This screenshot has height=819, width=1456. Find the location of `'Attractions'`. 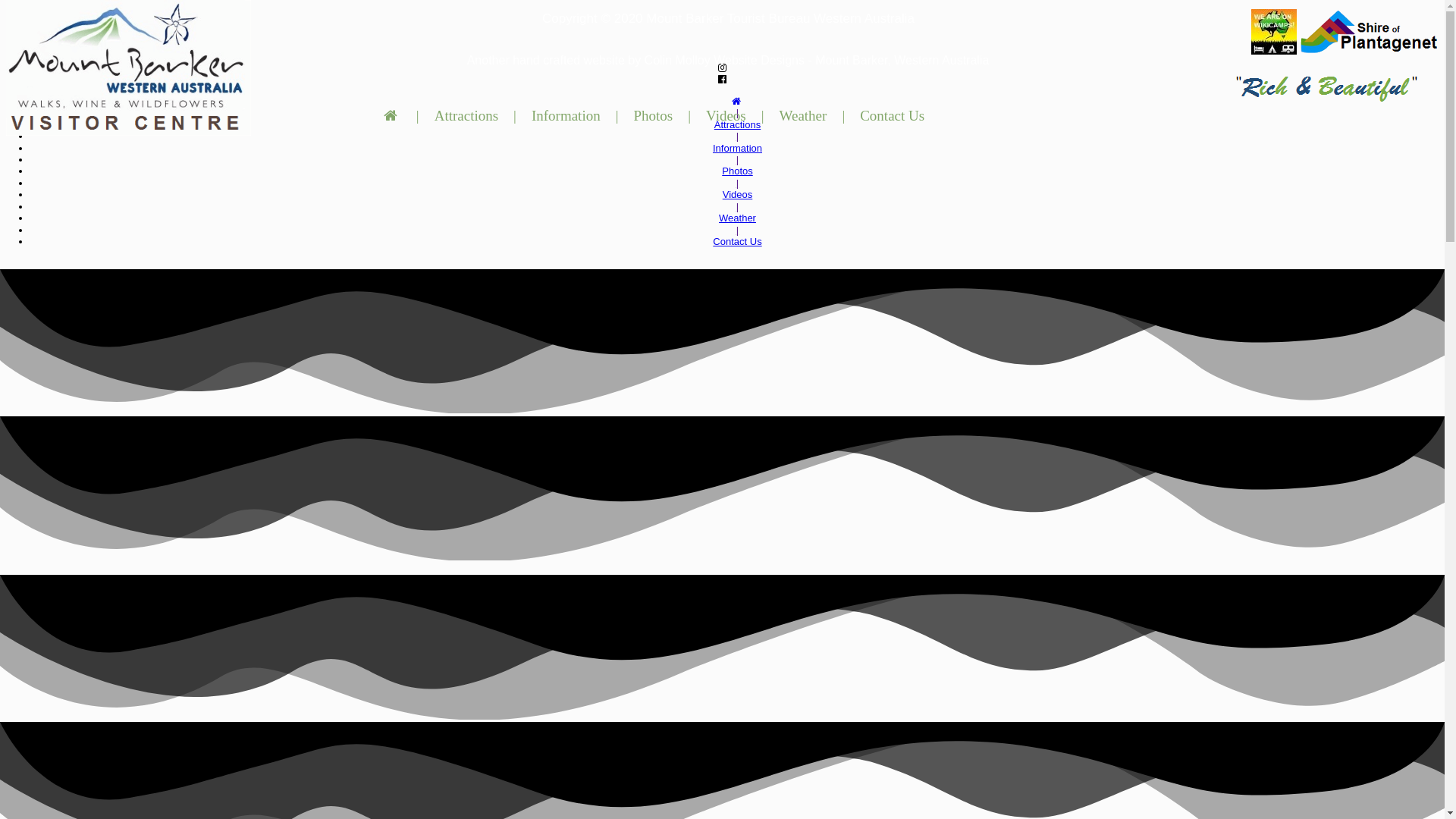

'Attractions' is located at coordinates (465, 115).